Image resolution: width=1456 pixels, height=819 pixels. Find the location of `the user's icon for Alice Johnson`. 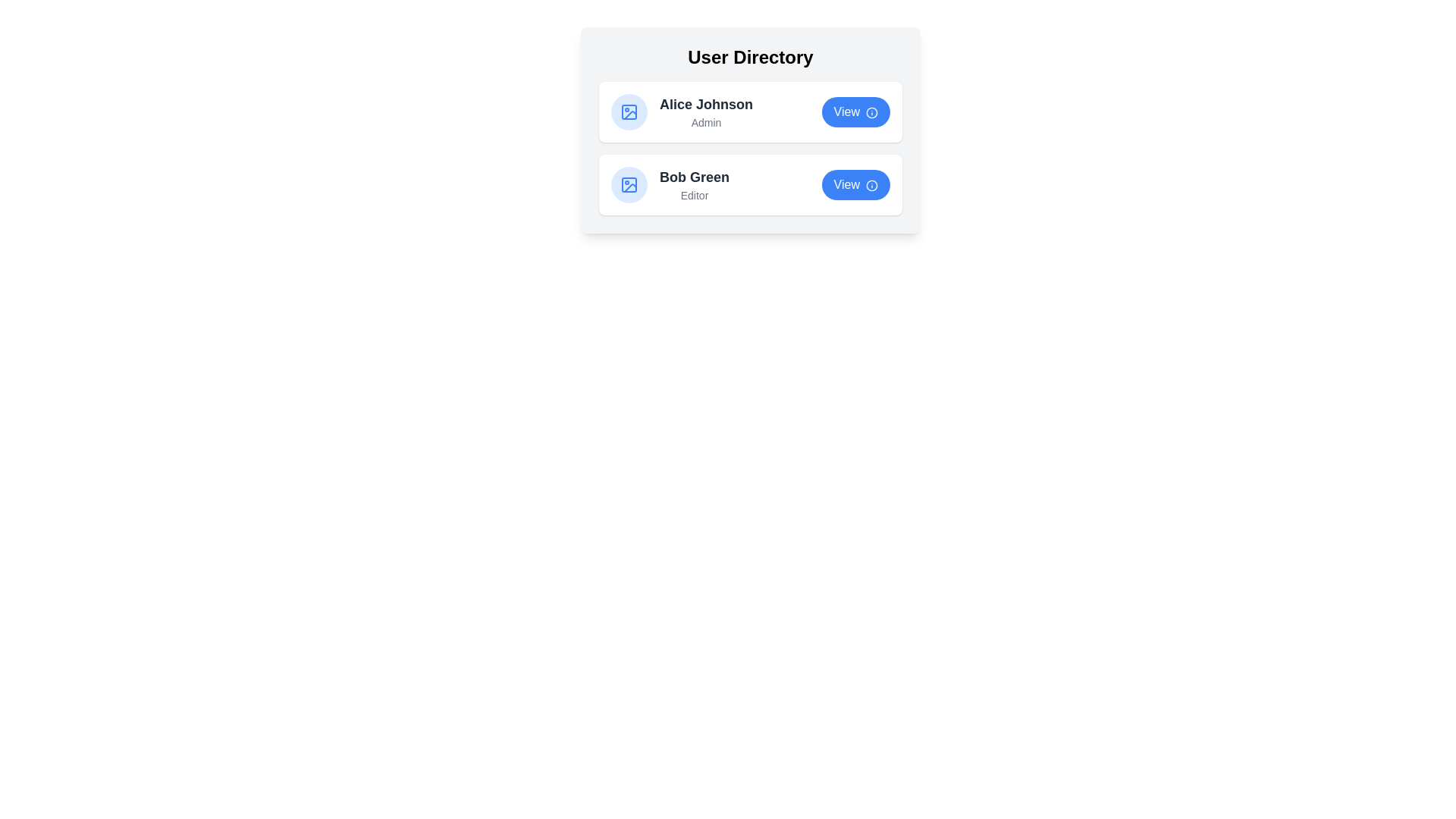

the user's icon for Alice Johnson is located at coordinates (629, 111).